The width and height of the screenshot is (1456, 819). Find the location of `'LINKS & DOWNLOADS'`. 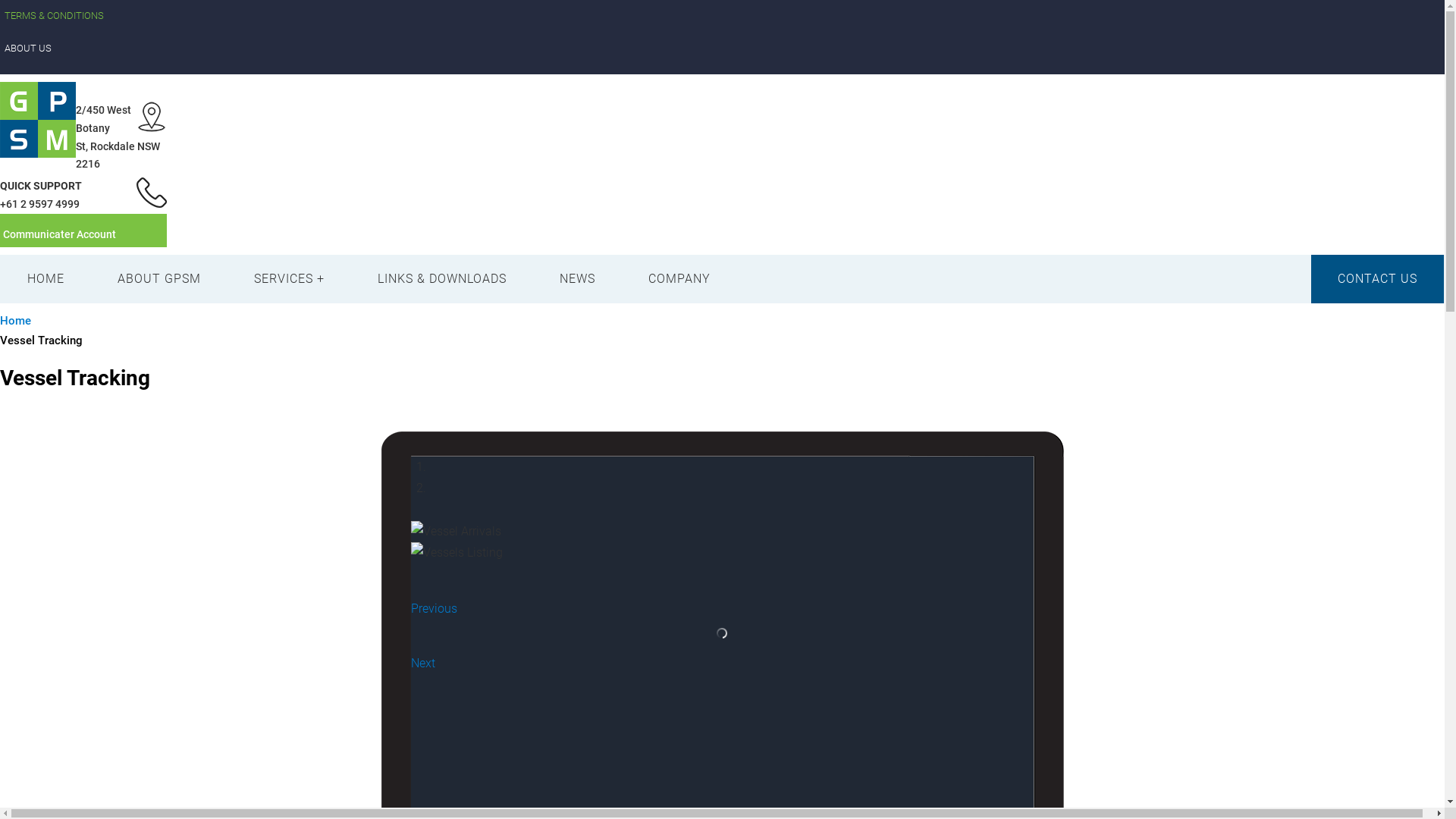

'LINKS & DOWNLOADS' is located at coordinates (350, 278).